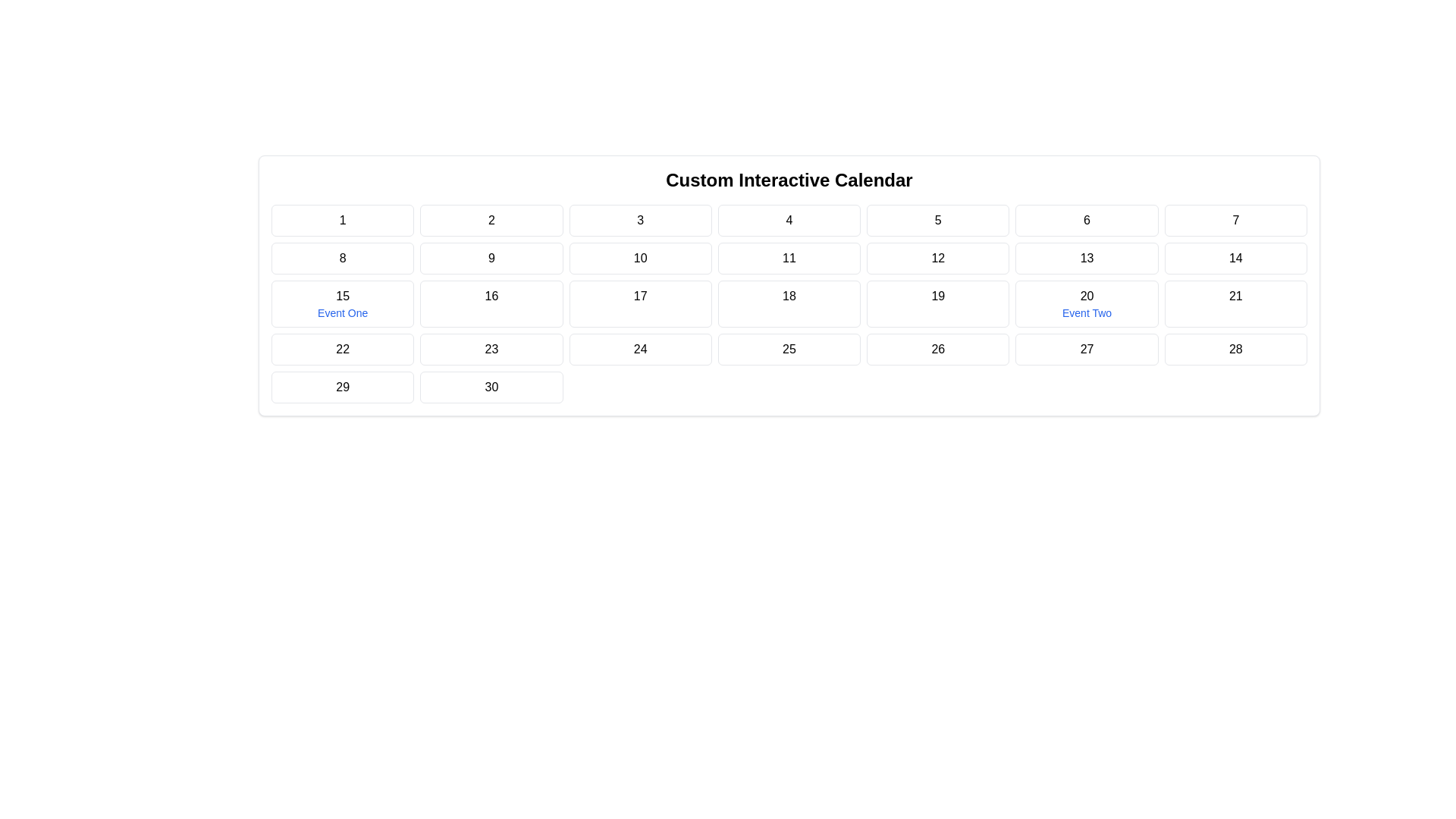 This screenshot has height=819, width=1456. What do you see at coordinates (1086, 304) in the screenshot?
I see `the Calendar date element displaying '20' with the event label 'Event Two'` at bounding box center [1086, 304].